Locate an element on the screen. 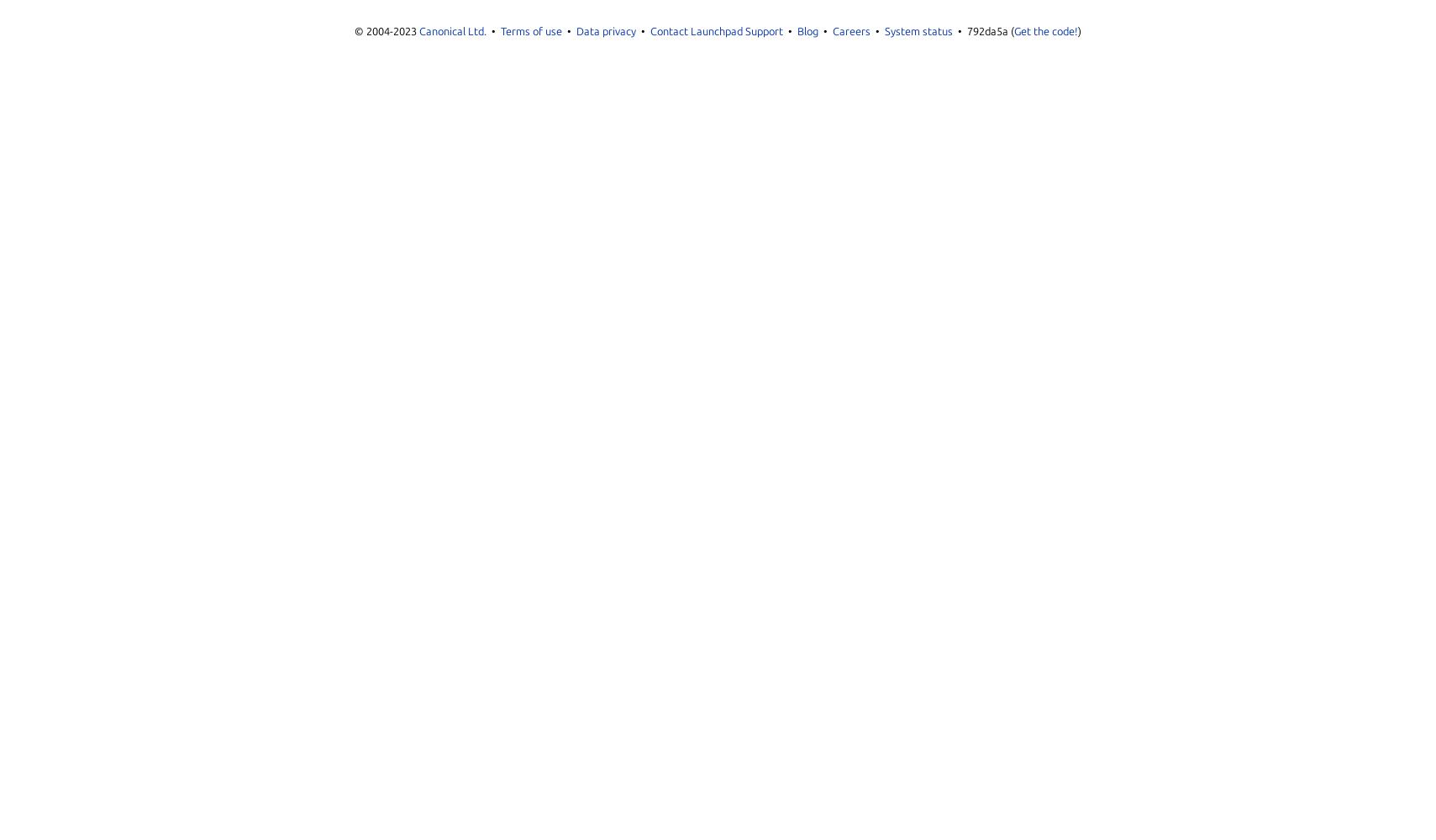 The image size is (1436, 840). 'Get the code!' is located at coordinates (1014, 31).